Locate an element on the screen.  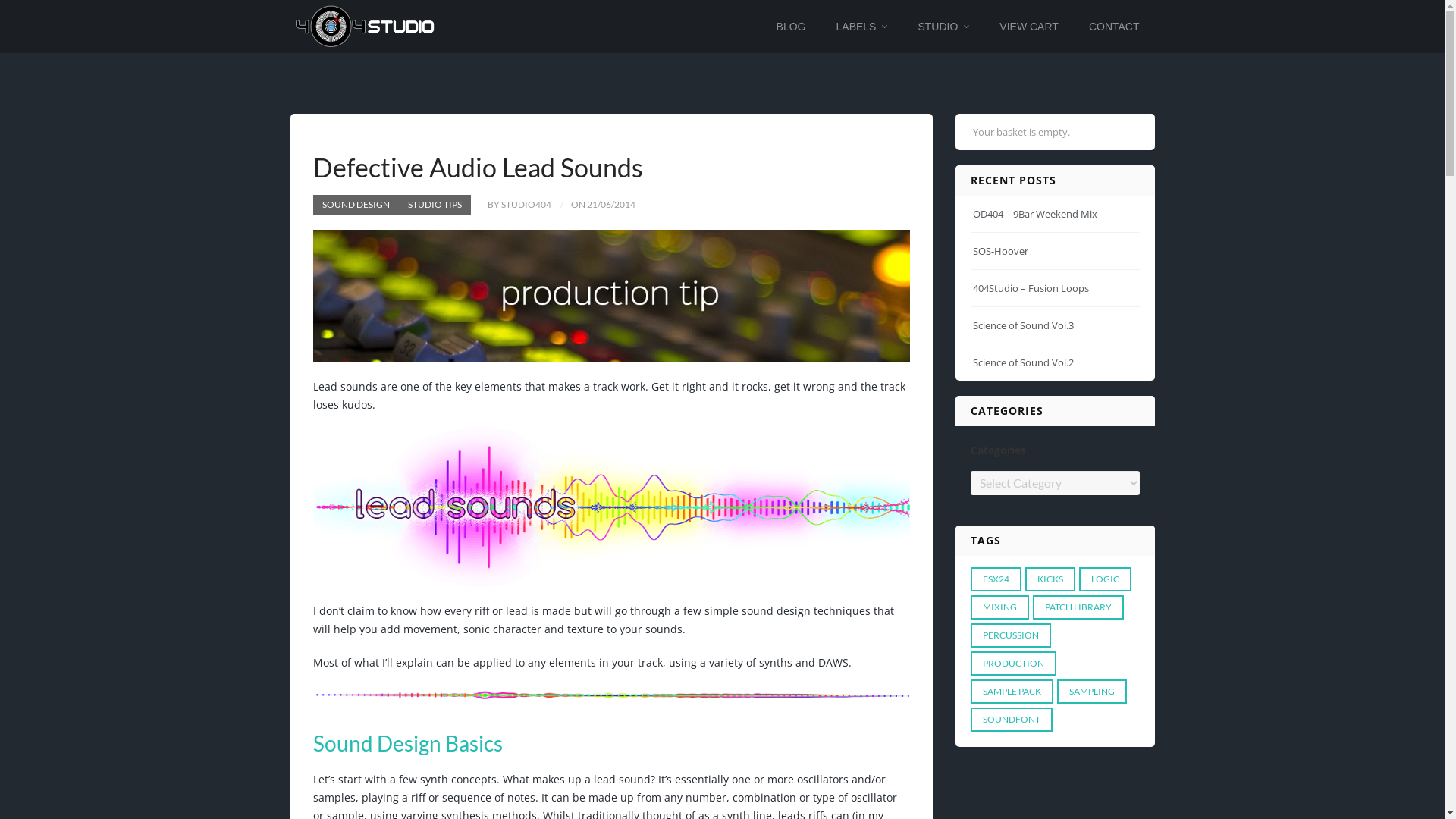
'SAMPLE PACK' is located at coordinates (1012, 691).